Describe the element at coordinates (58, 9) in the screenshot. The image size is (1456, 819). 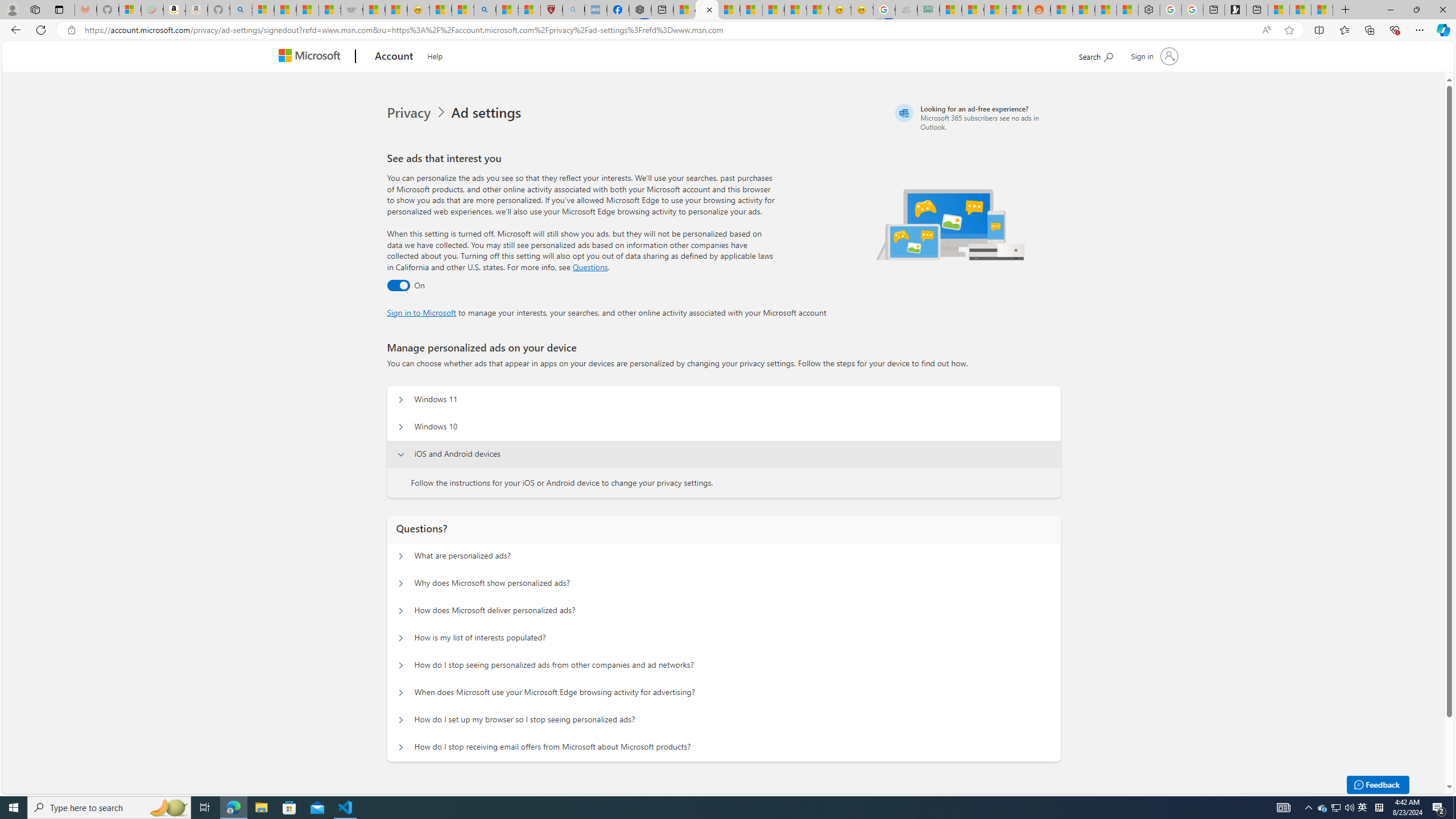
I see `'Tab actions menu'` at that location.